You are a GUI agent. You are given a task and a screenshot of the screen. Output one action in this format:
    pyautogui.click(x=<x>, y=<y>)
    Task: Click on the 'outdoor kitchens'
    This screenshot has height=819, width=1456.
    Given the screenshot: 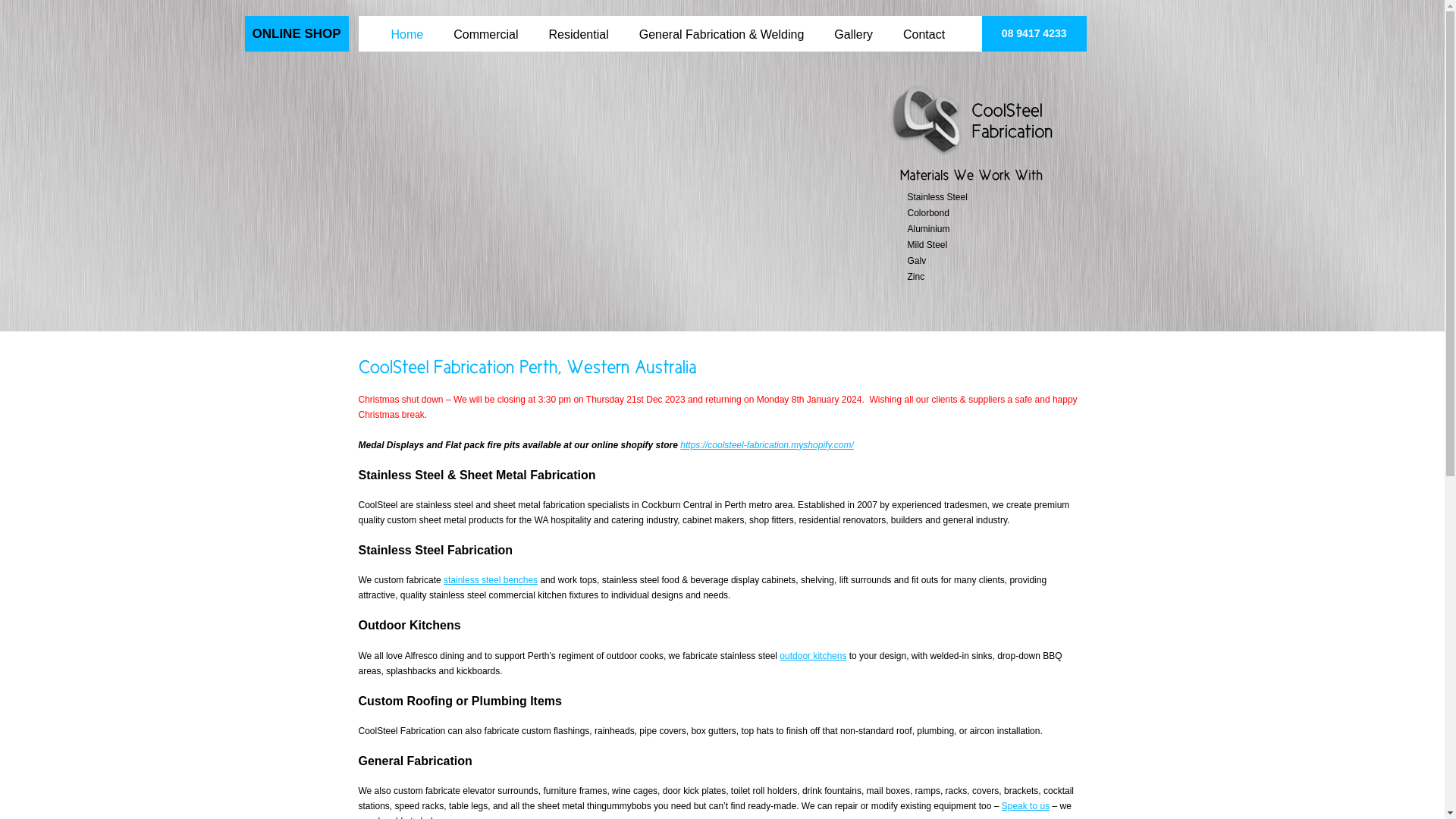 What is the action you would take?
    pyautogui.click(x=779, y=654)
    